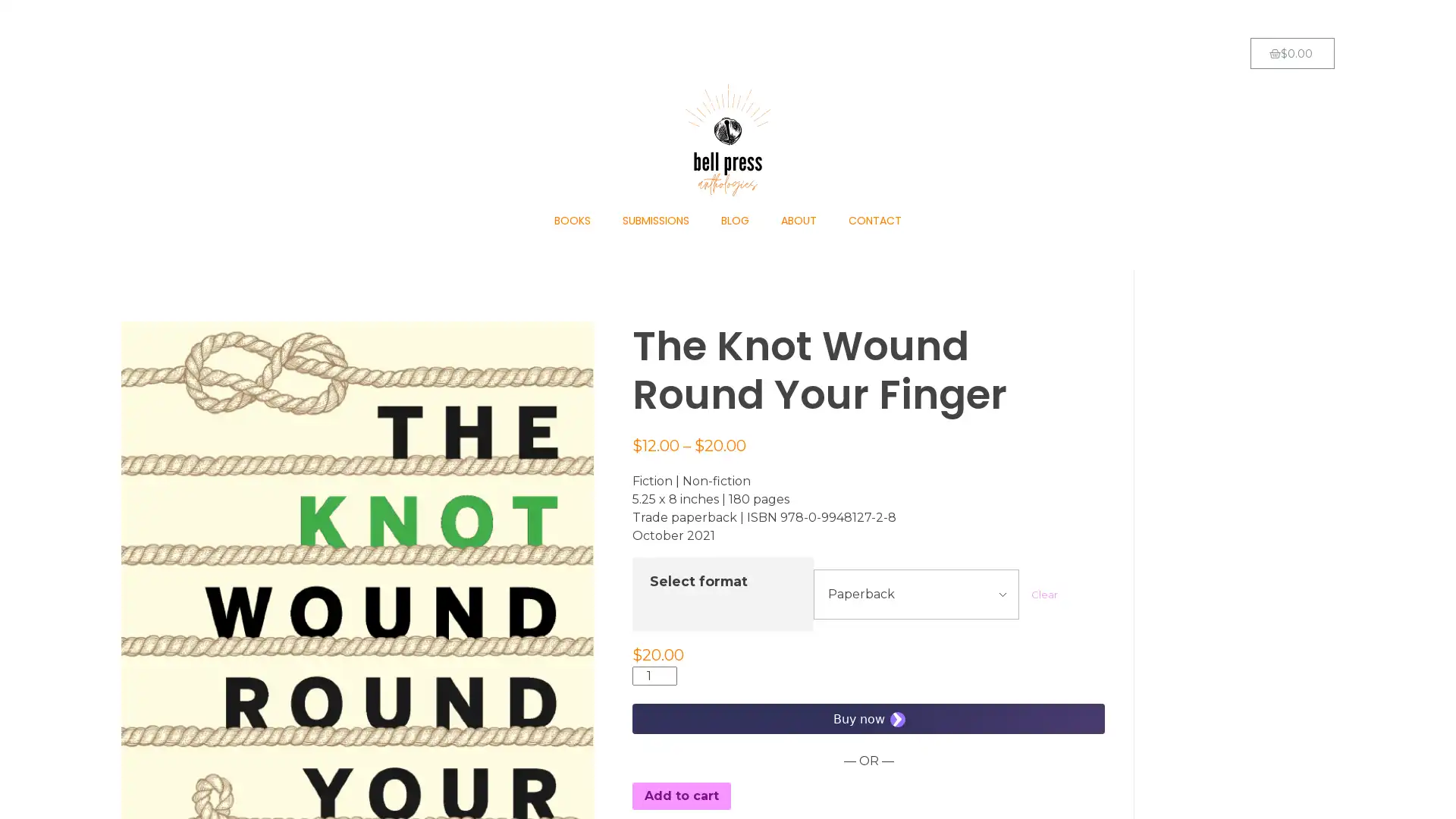 The image size is (1456, 819). I want to click on Add to cart, so click(680, 795).